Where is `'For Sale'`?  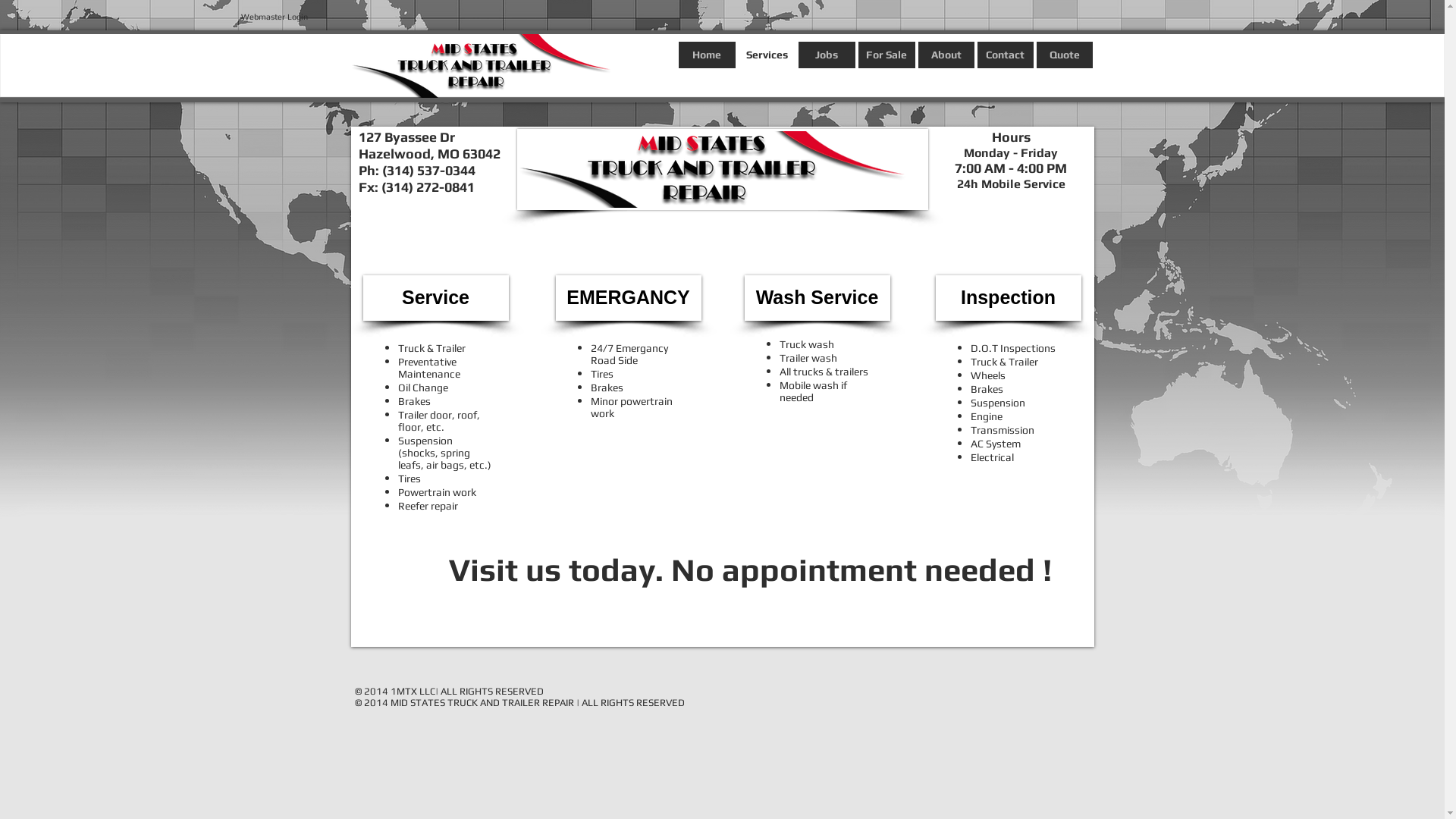
'For Sale' is located at coordinates (886, 54).